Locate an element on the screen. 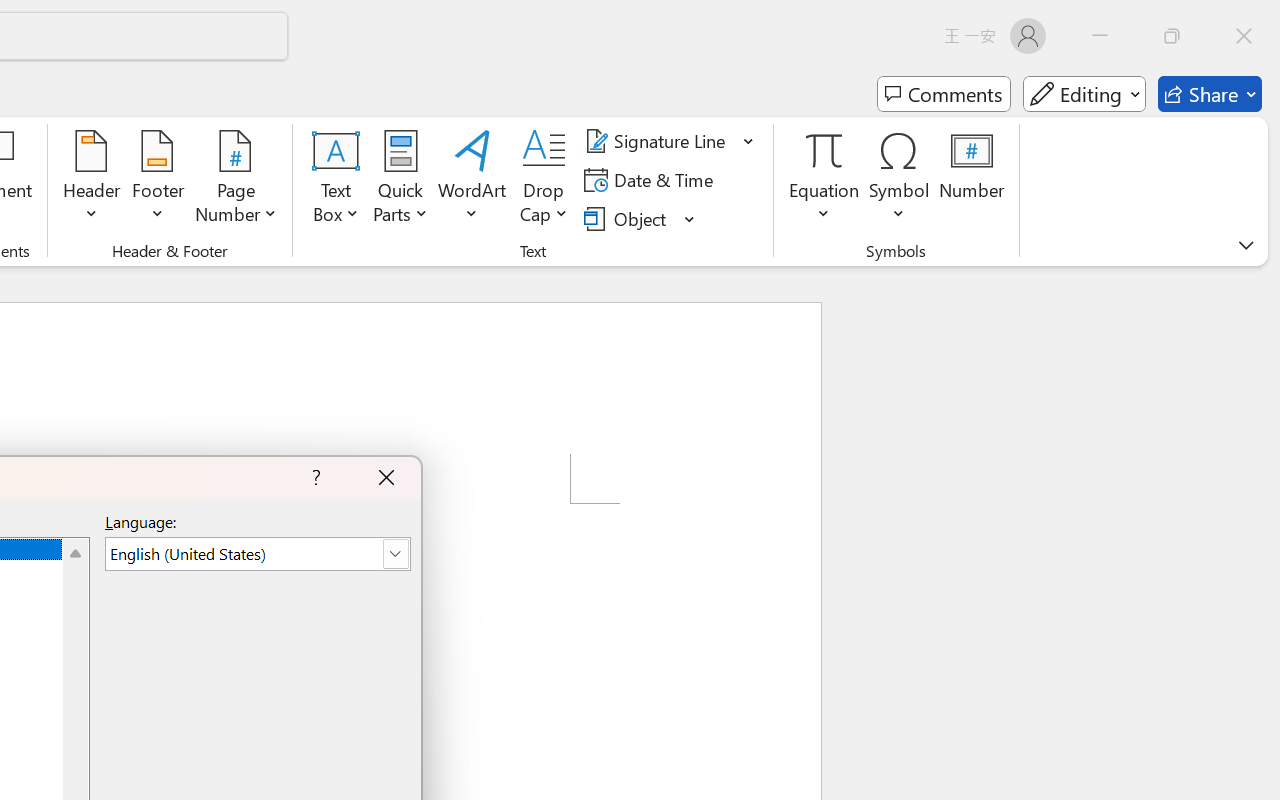 The image size is (1280, 800). 'Text Box' is located at coordinates (336, 179).